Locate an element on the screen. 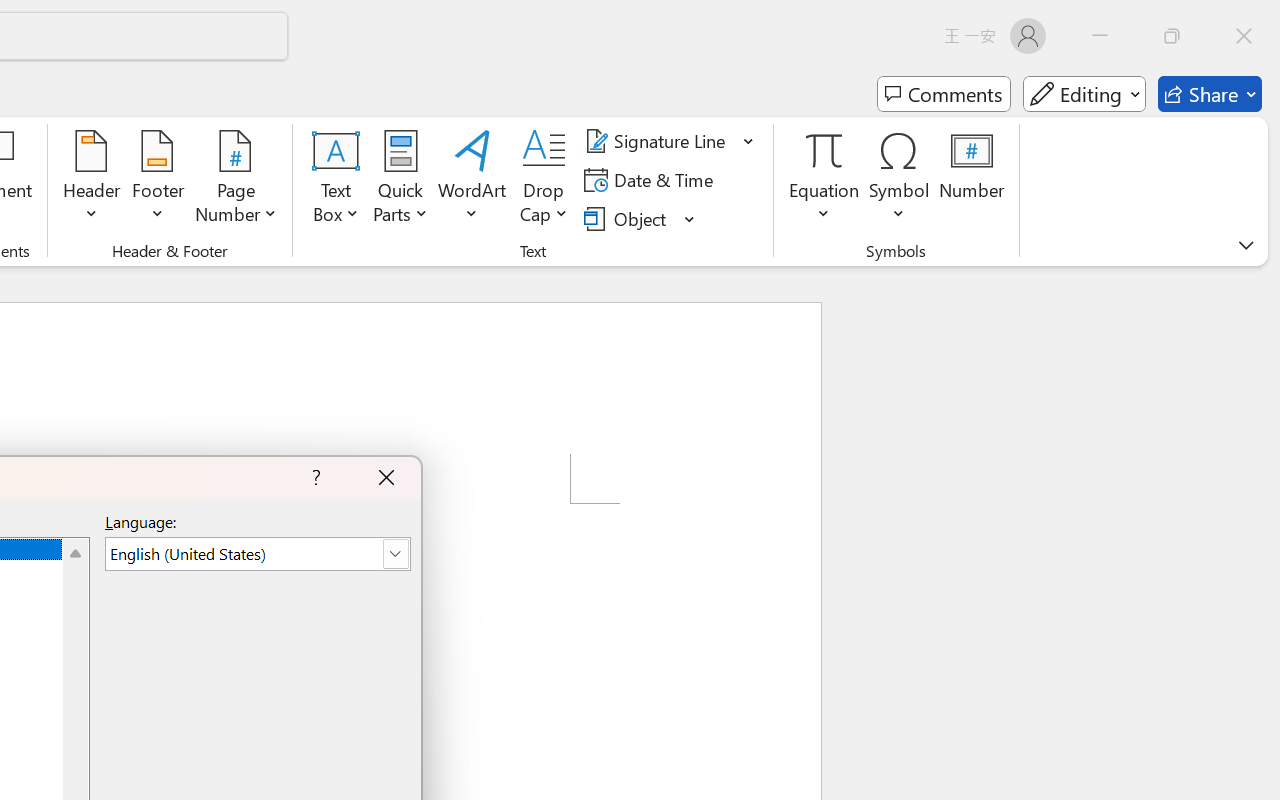 The image size is (1280, 800). 'Text Box' is located at coordinates (336, 179).